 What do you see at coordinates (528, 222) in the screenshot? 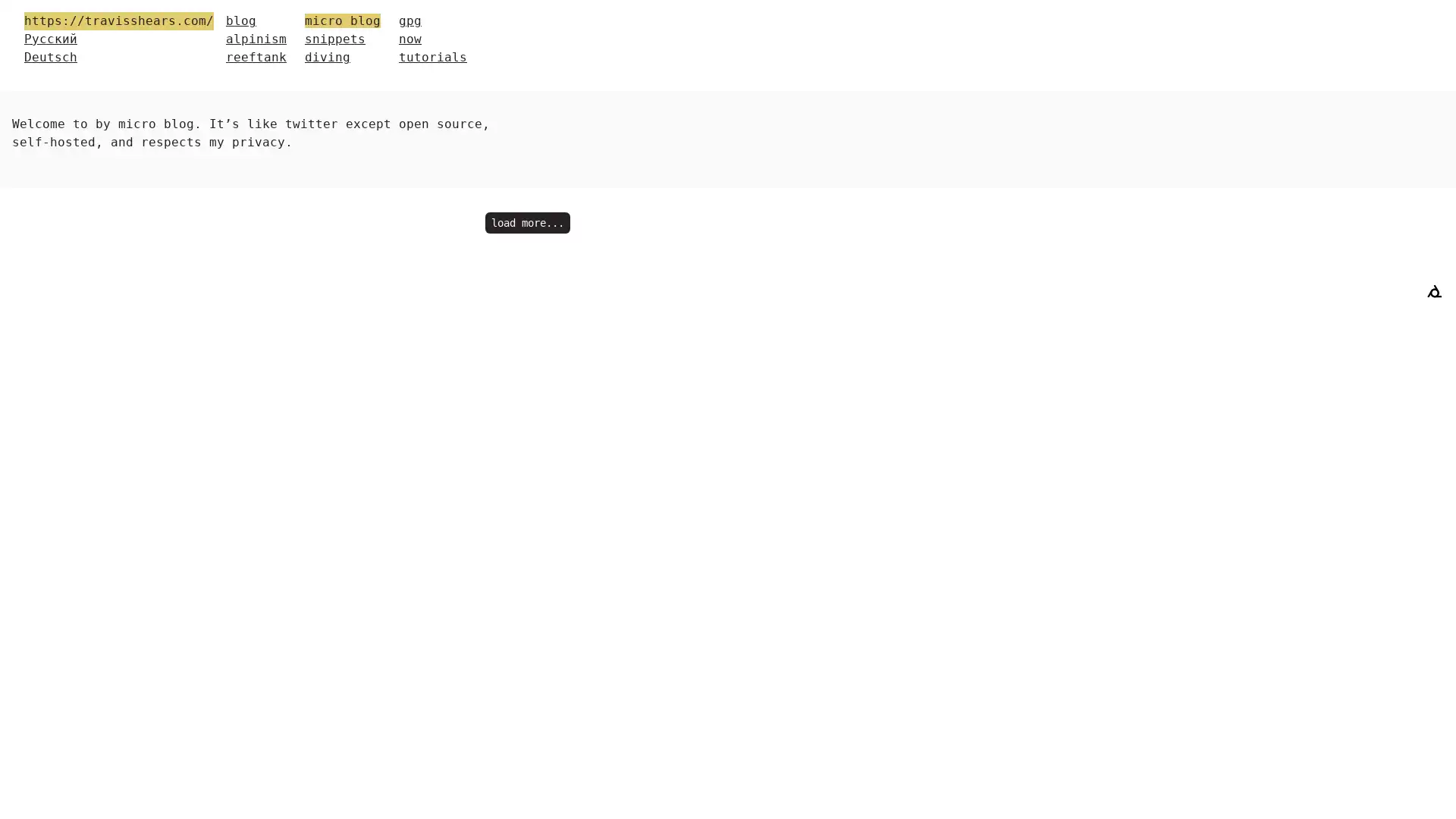
I see `load more...` at bounding box center [528, 222].